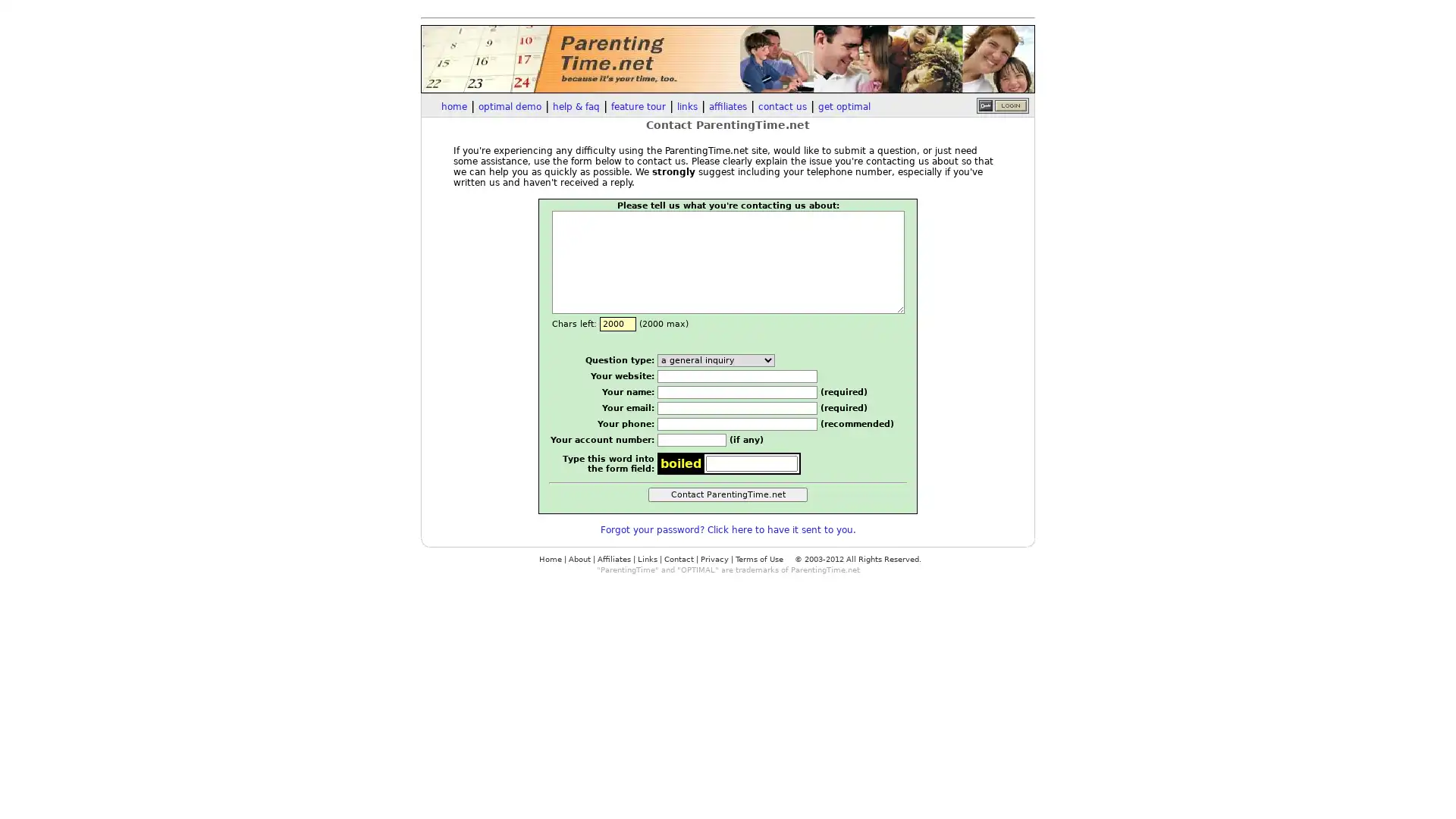  Describe the element at coordinates (728, 494) in the screenshot. I see `Contact ParentingTime.net` at that location.